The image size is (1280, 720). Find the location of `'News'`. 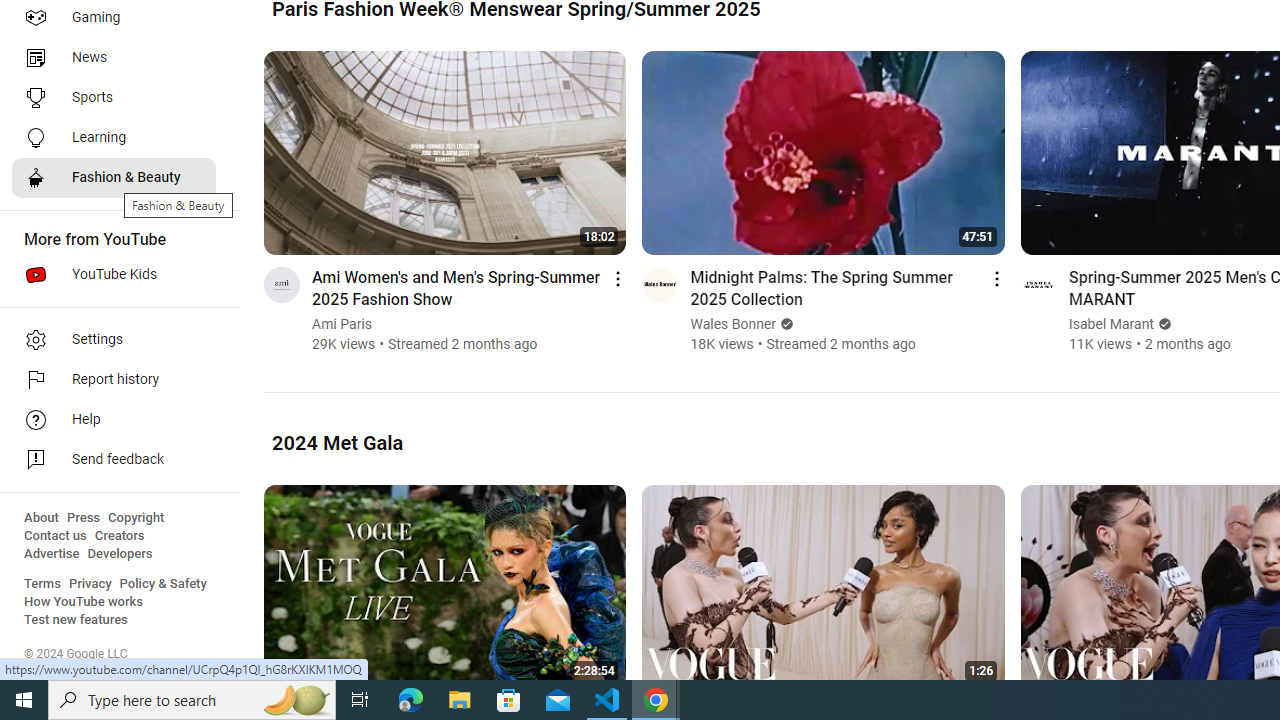

'News' is located at coordinates (112, 56).